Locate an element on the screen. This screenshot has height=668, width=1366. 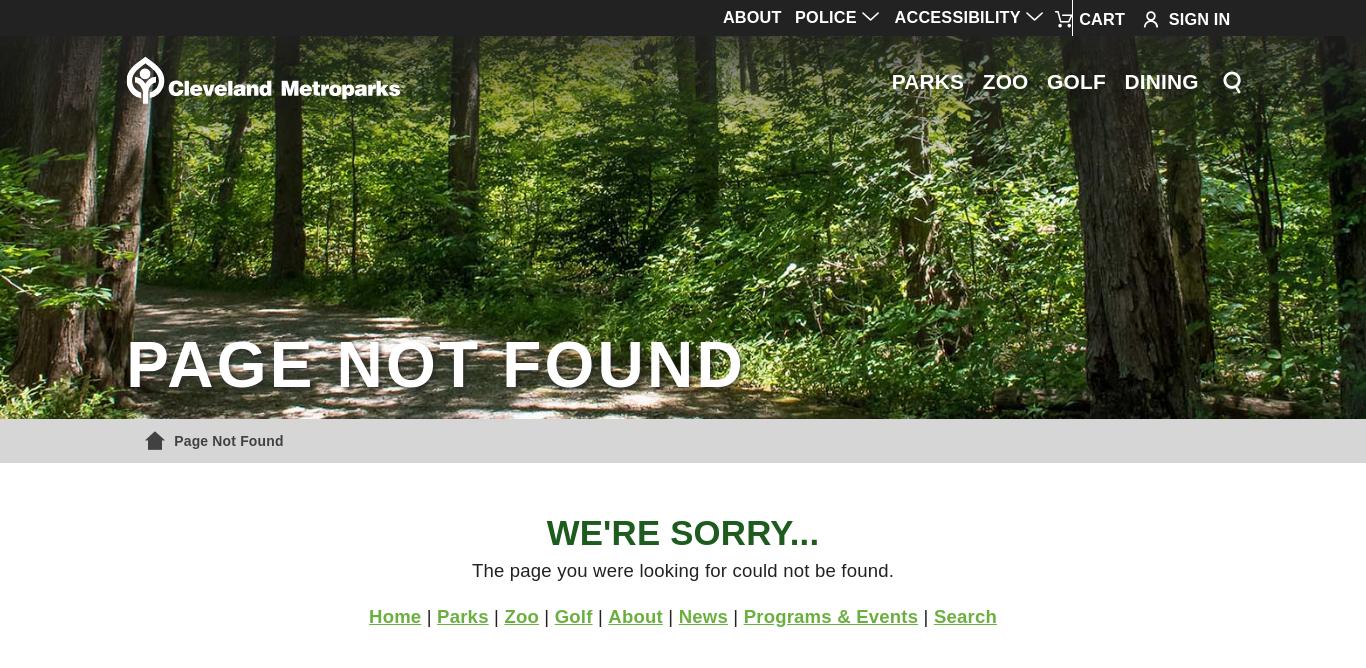
'The page you were looking for could not be found.' is located at coordinates (470, 569).